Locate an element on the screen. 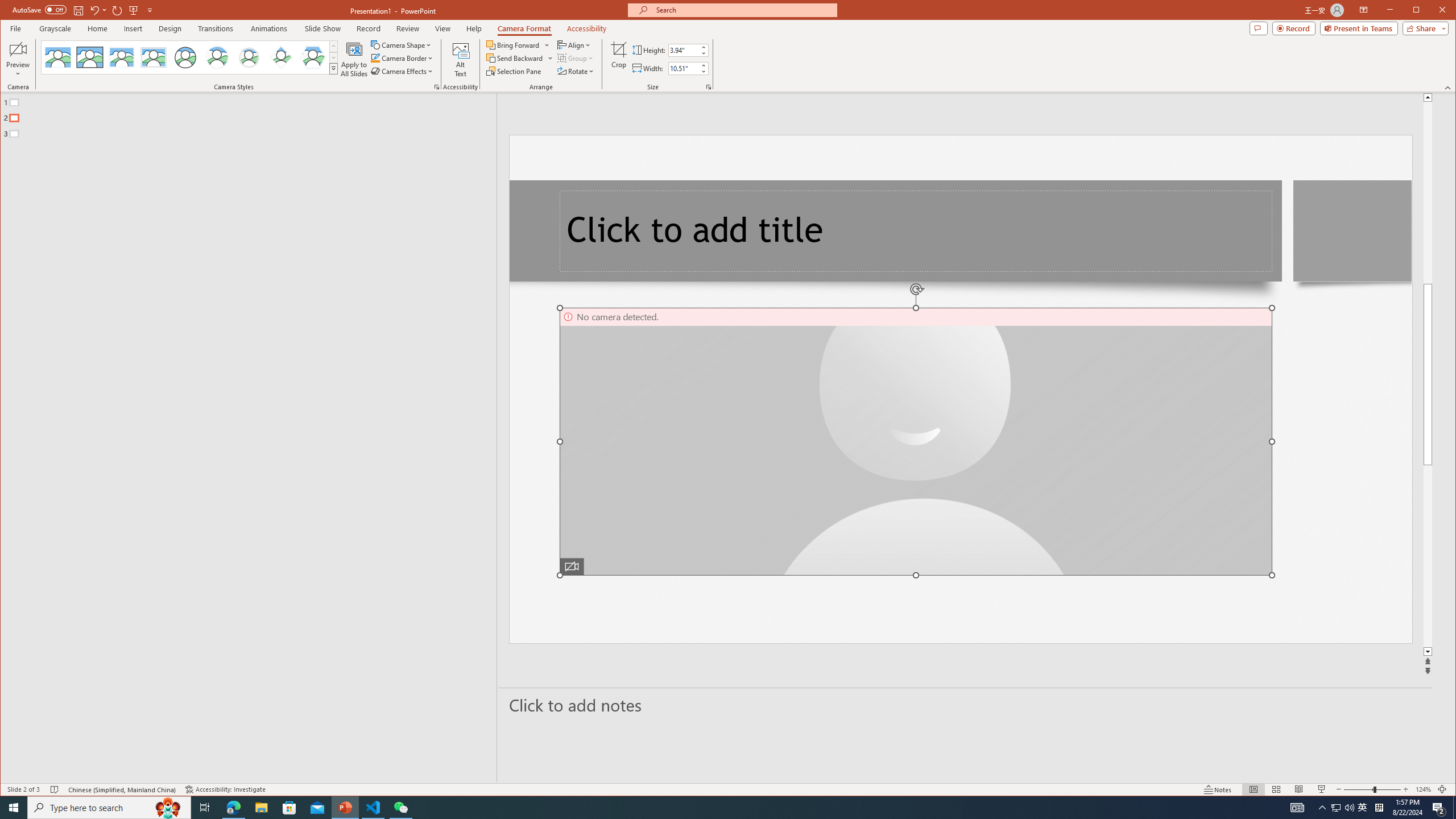 The height and width of the screenshot is (819, 1456). 'Camera Effects' is located at coordinates (403, 71).